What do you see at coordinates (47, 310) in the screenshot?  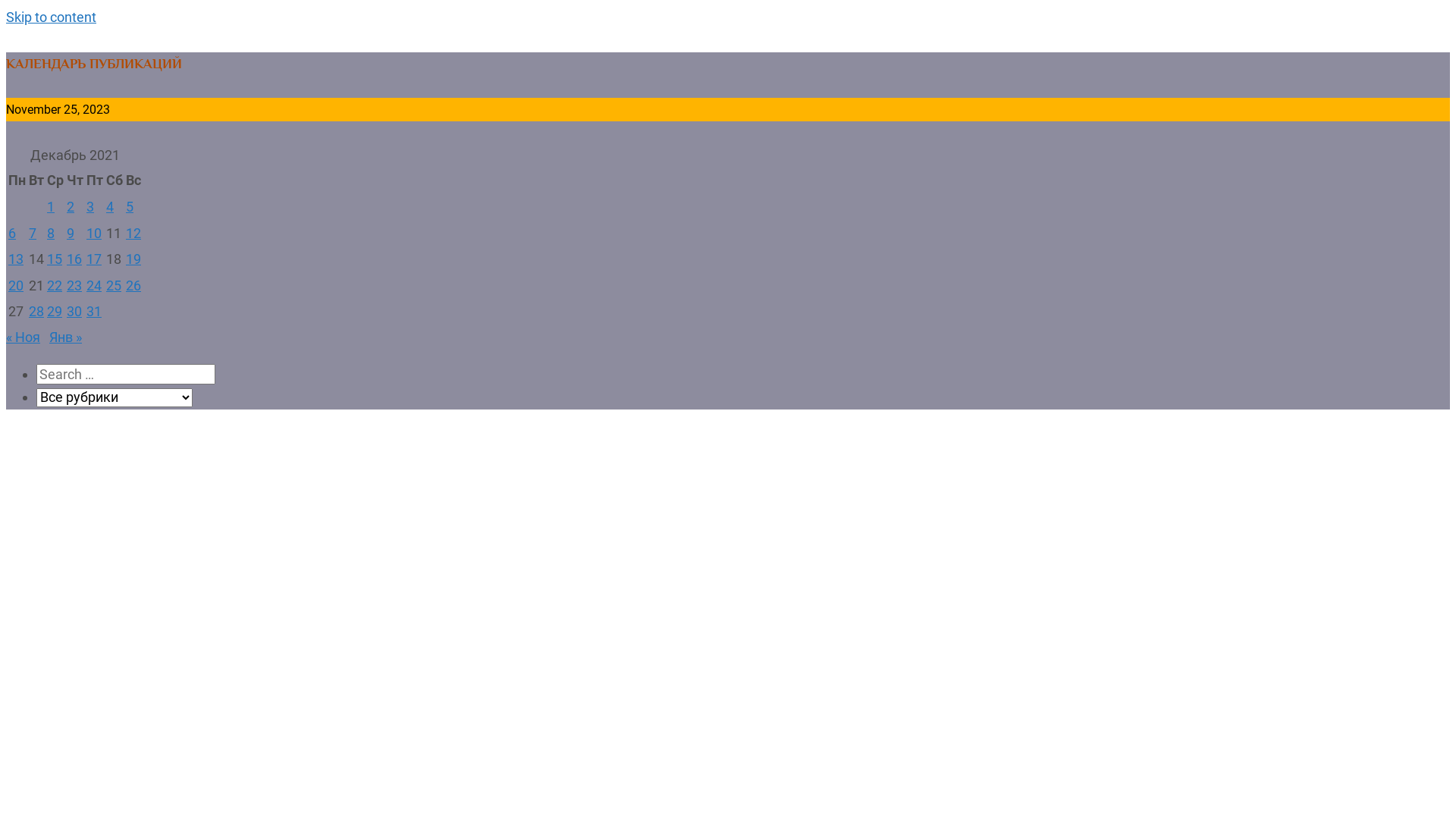 I see `'29'` at bounding box center [47, 310].